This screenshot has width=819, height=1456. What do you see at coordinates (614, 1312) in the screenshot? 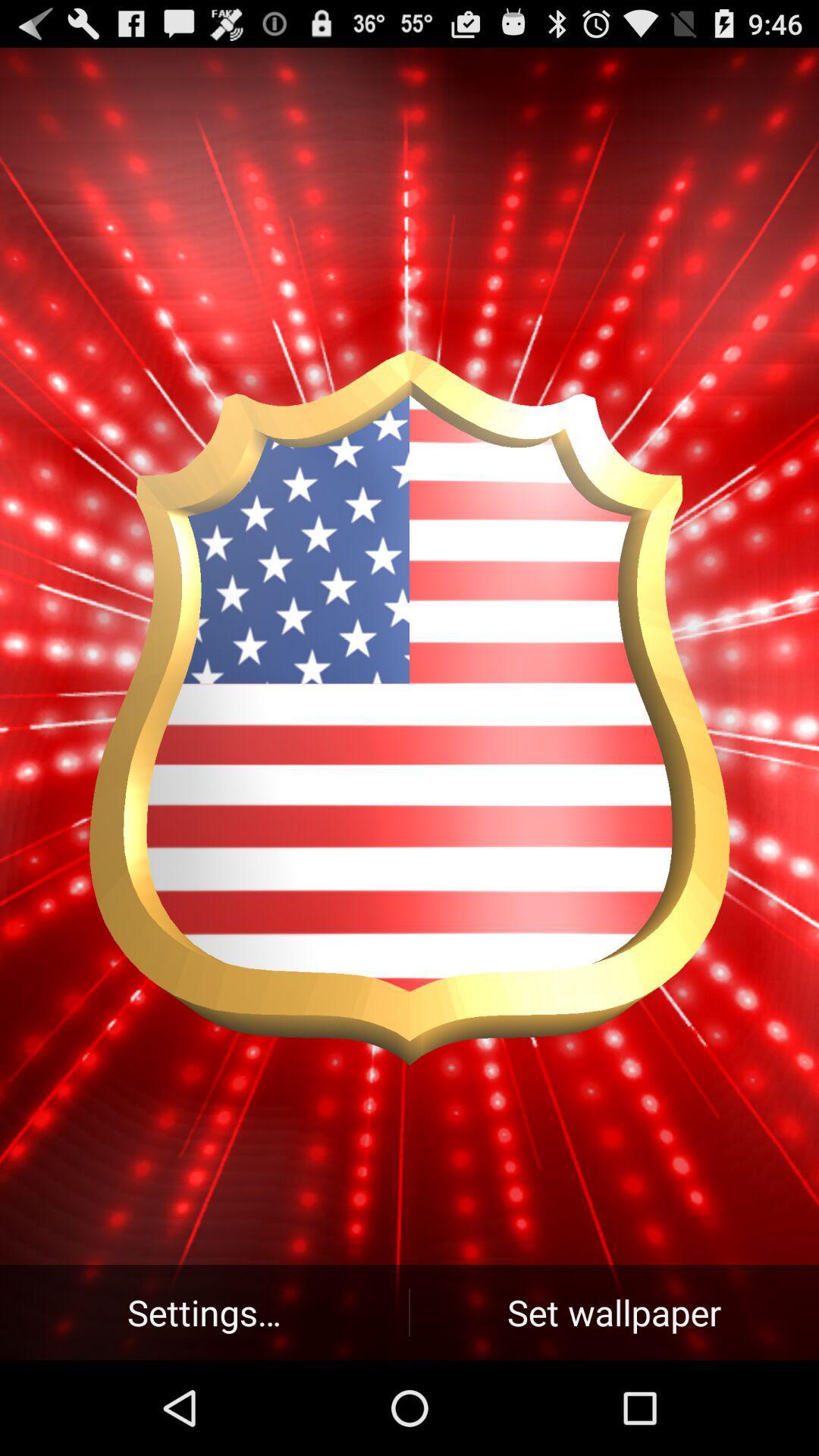
I see `the set wallpaper` at bounding box center [614, 1312].